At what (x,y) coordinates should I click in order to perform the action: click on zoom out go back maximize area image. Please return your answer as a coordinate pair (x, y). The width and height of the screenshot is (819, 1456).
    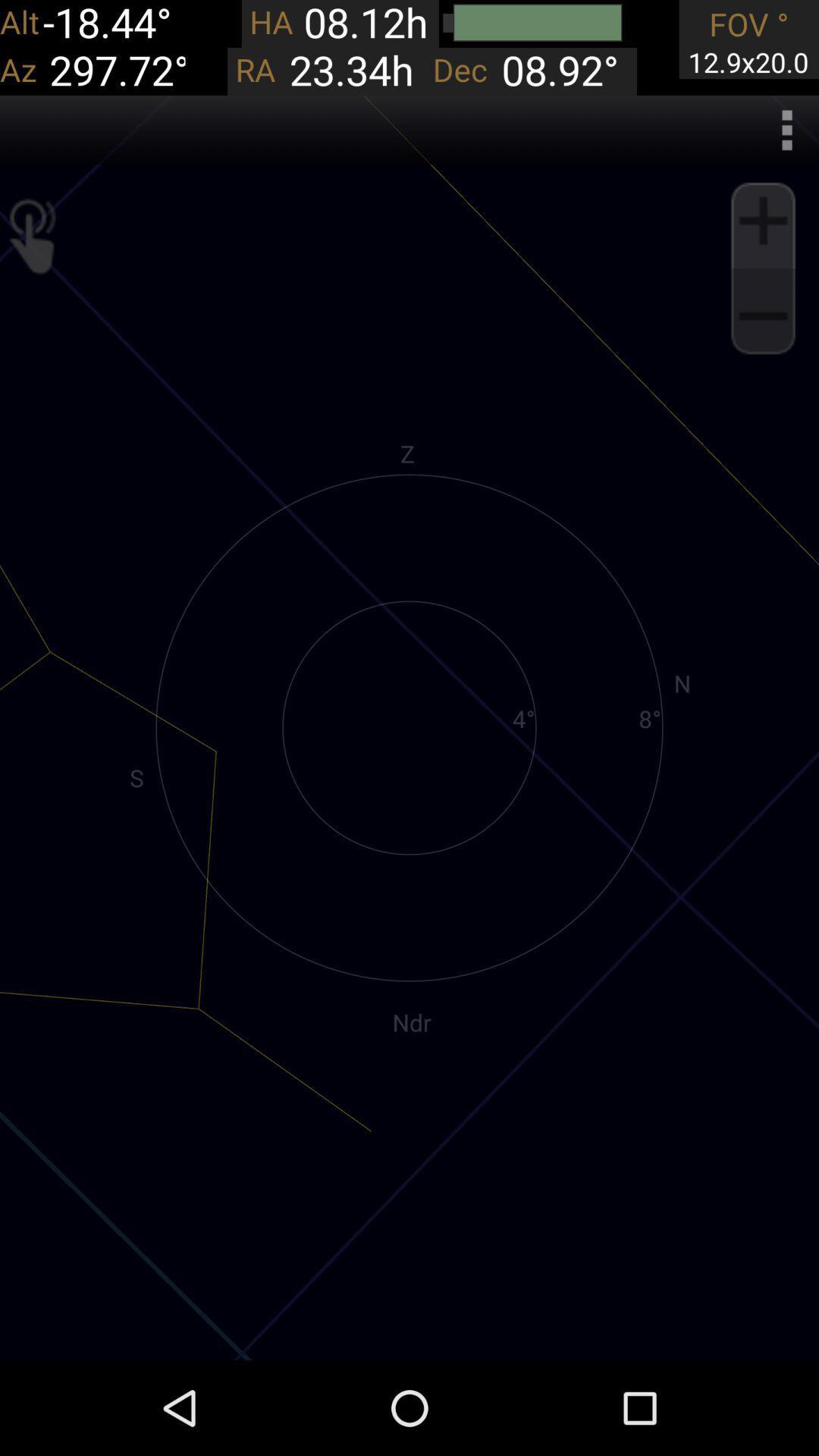
    Looking at the image, I should click on (763, 315).